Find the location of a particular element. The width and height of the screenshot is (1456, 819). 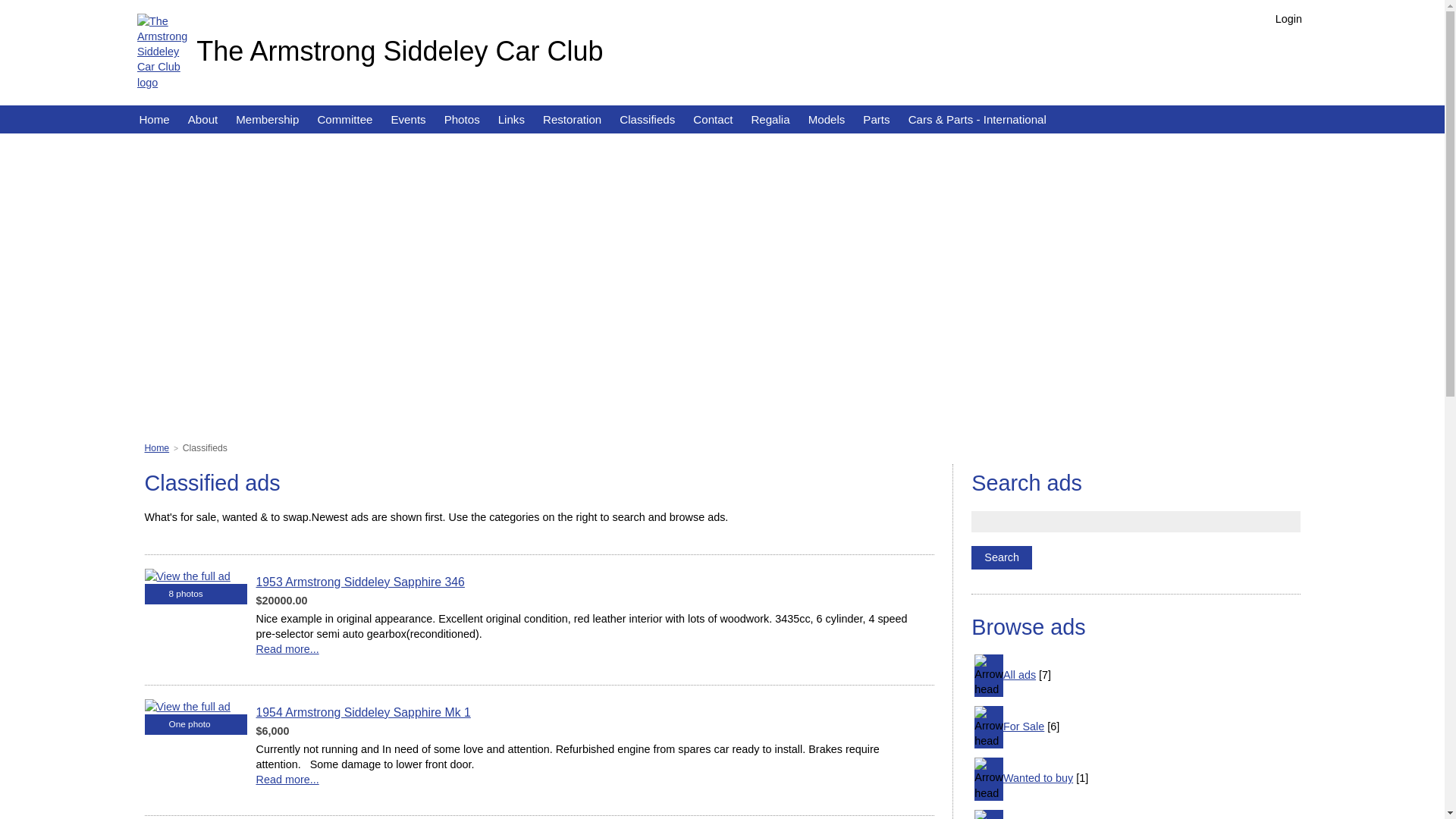

'Models' is located at coordinates (826, 119).